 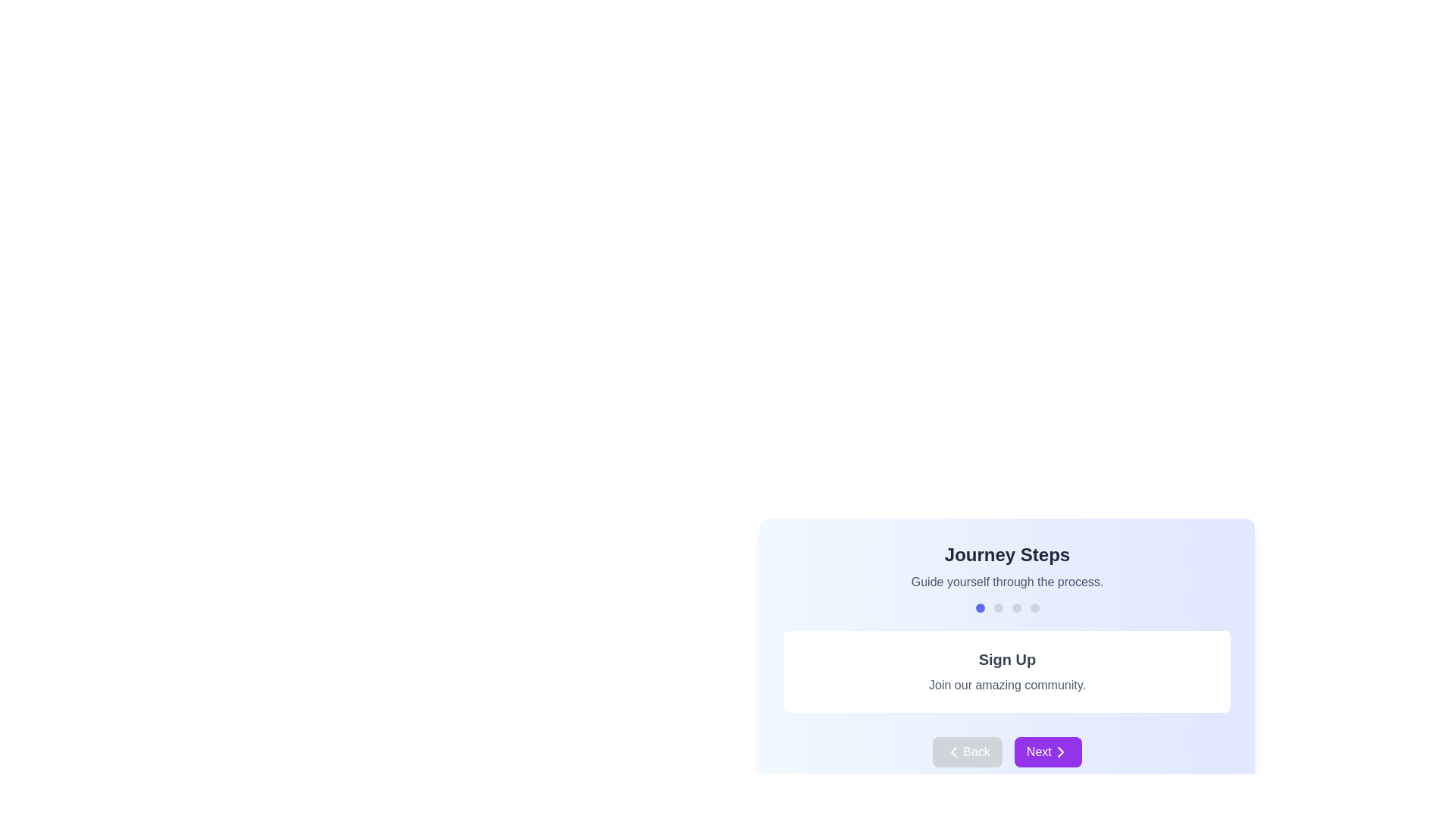 What do you see at coordinates (1007, 607) in the screenshot?
I see `the progression status of the horizontal progress indicator consisting of four circular icons, where the first icon is filled with indigo and the others are gray, located below the text 'Guide yourself through the process.'` at bounding box center [1007, 607].